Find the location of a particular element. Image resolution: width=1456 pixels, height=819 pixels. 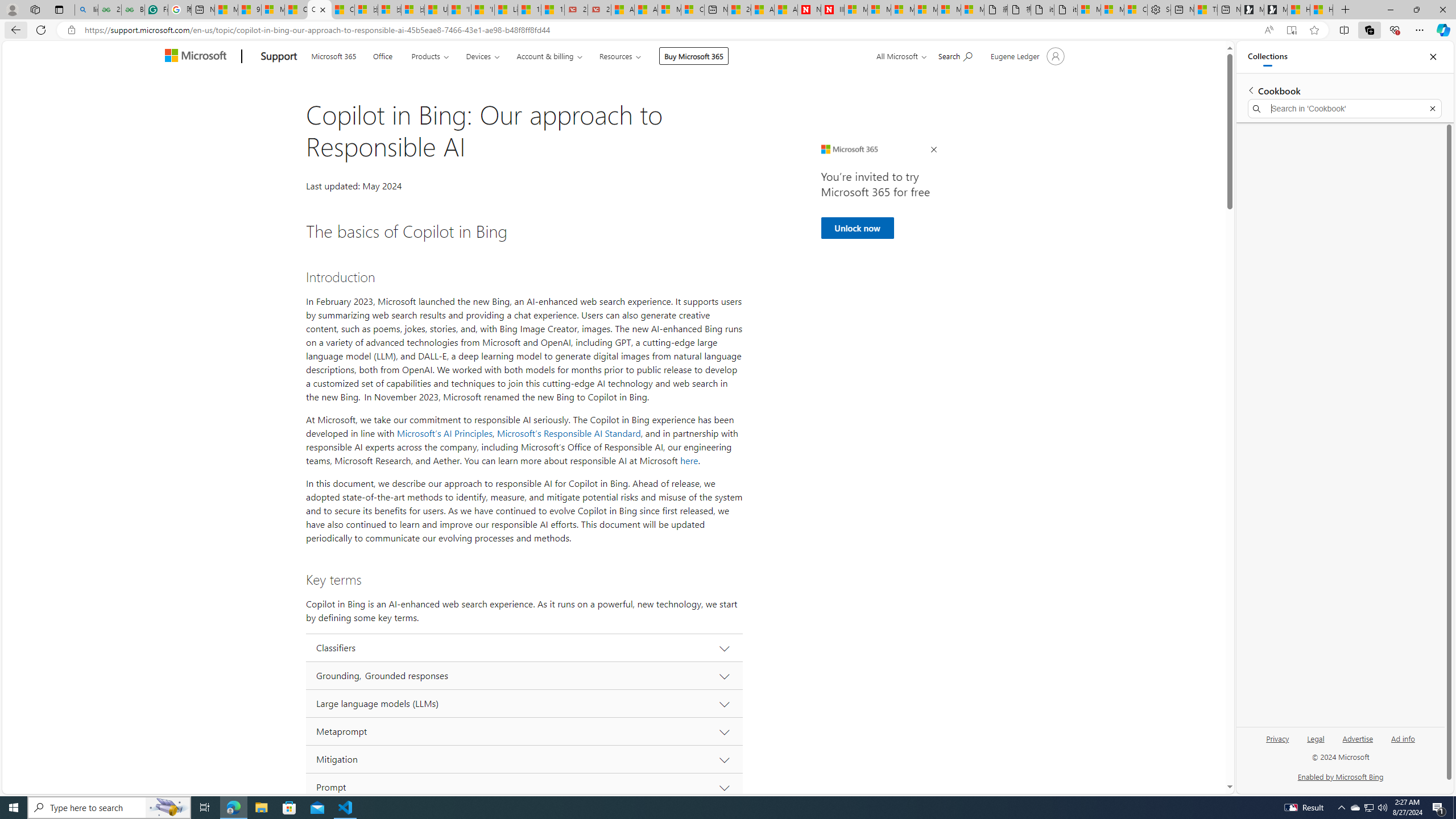

'Search for help' is located at coordinates (955, 55).